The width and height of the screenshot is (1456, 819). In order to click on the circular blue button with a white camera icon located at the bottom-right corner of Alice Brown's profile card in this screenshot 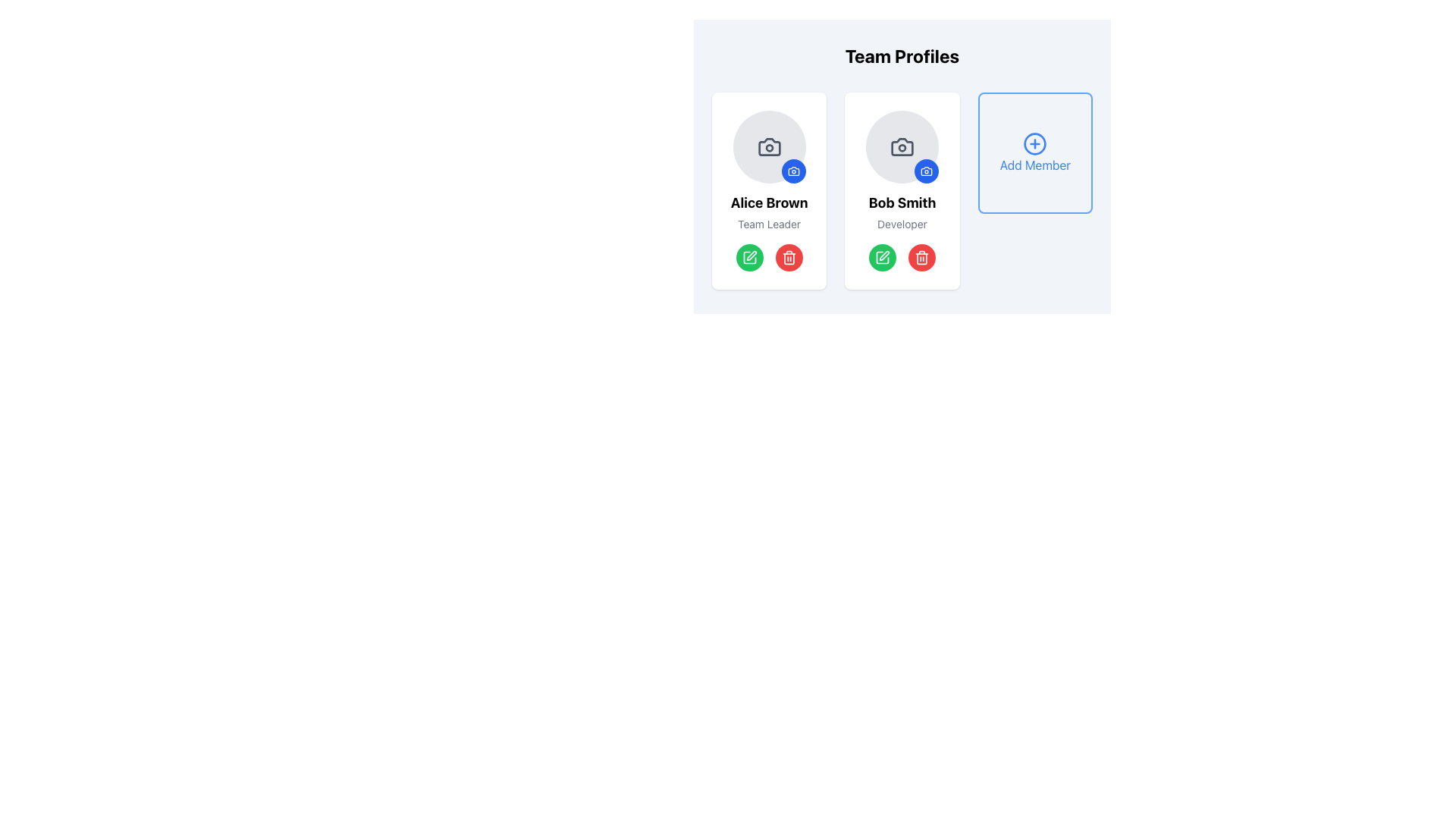, I will do `click(792, 171)`.